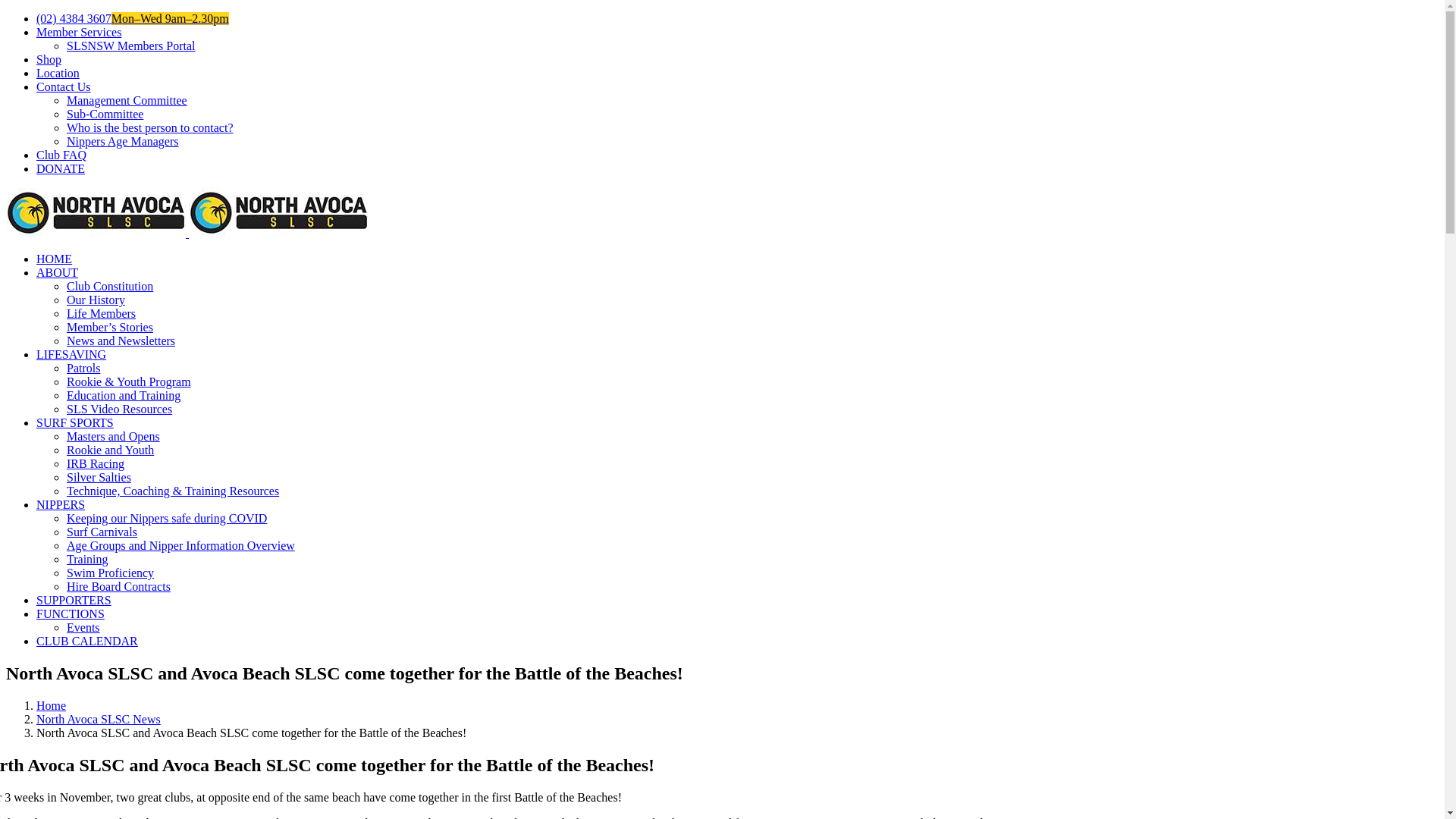  I want to click on 'News and Newsletters', so click(120, 340).